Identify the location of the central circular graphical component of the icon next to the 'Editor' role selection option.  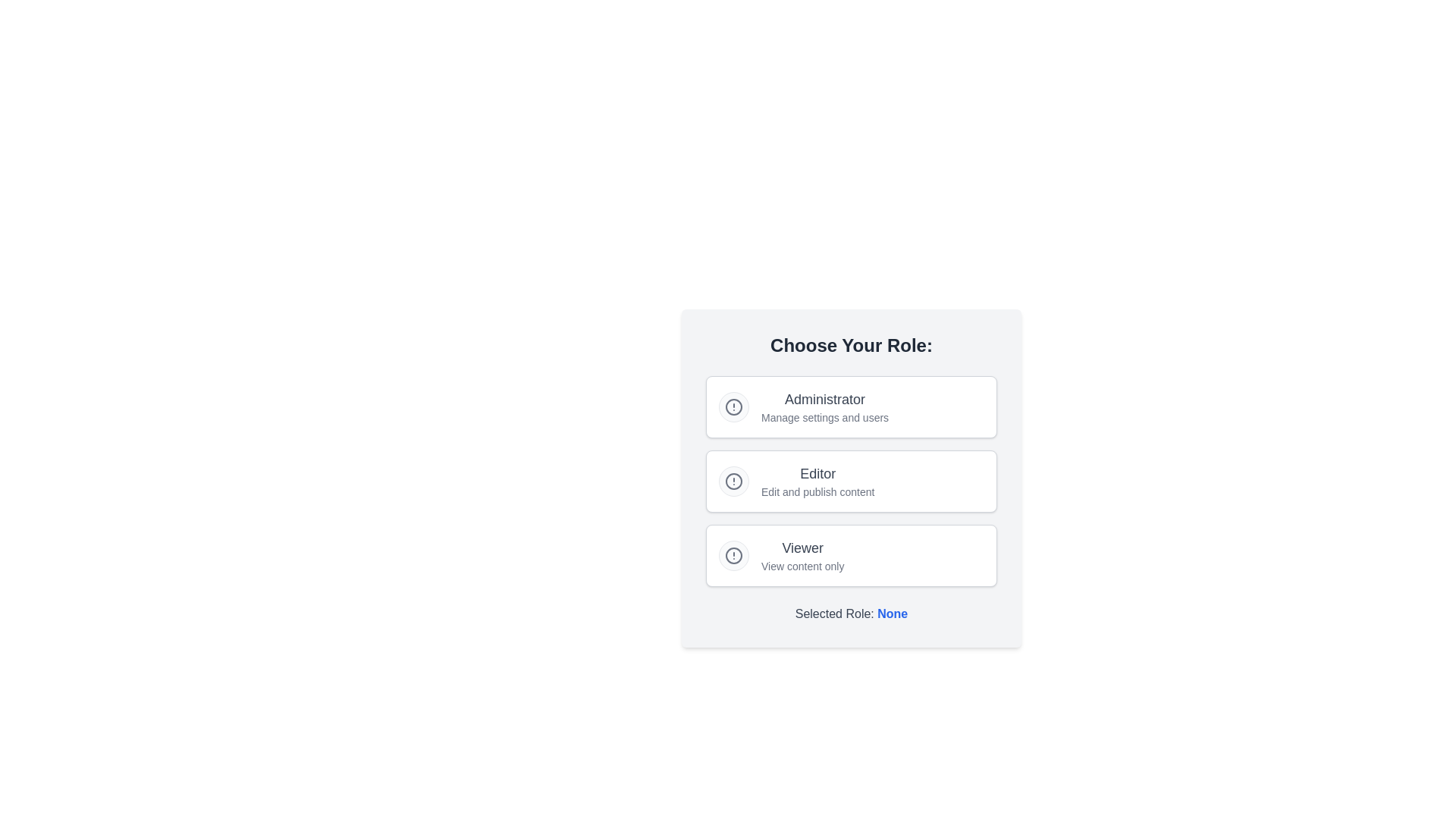
(734, 482).